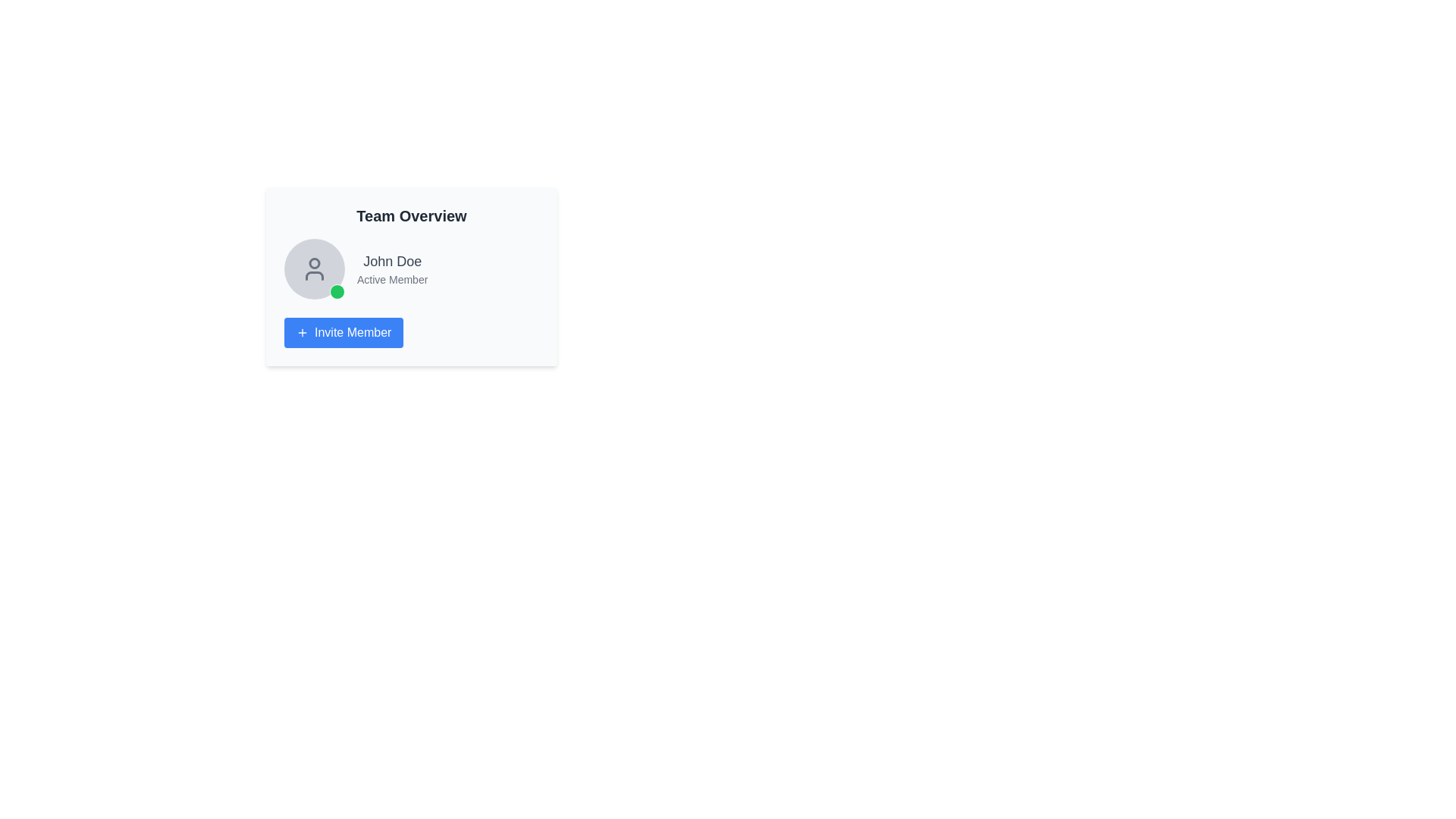 The width and height of the screenshot is (1456, 819). What do you see at coordinates (302, 332) in the screenshot?
I see `the small white plus icon located to the left of the 'Invite Member' text within the blue button` at bounding box center [302, 332].